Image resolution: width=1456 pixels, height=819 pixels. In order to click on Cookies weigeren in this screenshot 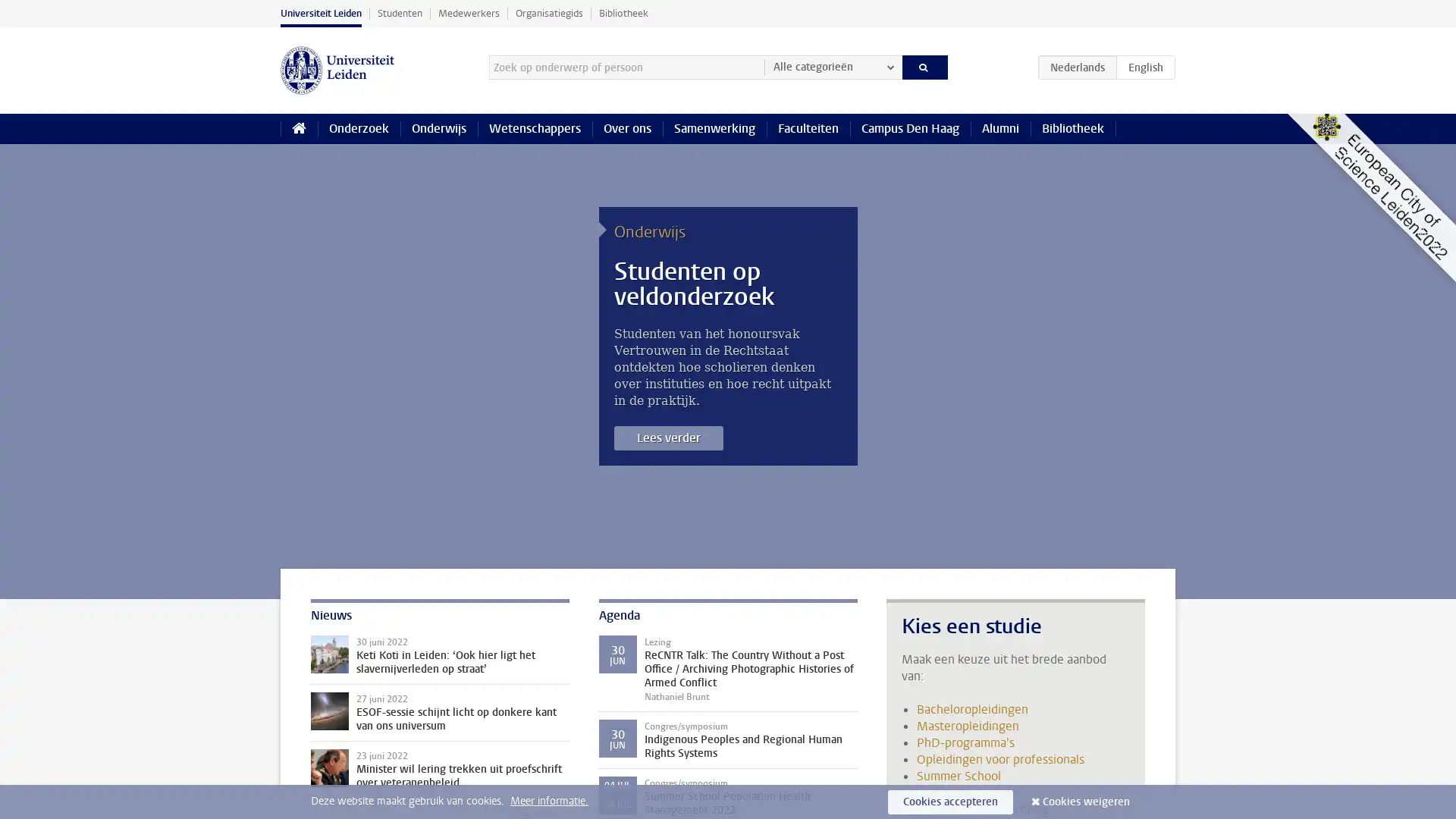, I will do `click(1085, 801)`.